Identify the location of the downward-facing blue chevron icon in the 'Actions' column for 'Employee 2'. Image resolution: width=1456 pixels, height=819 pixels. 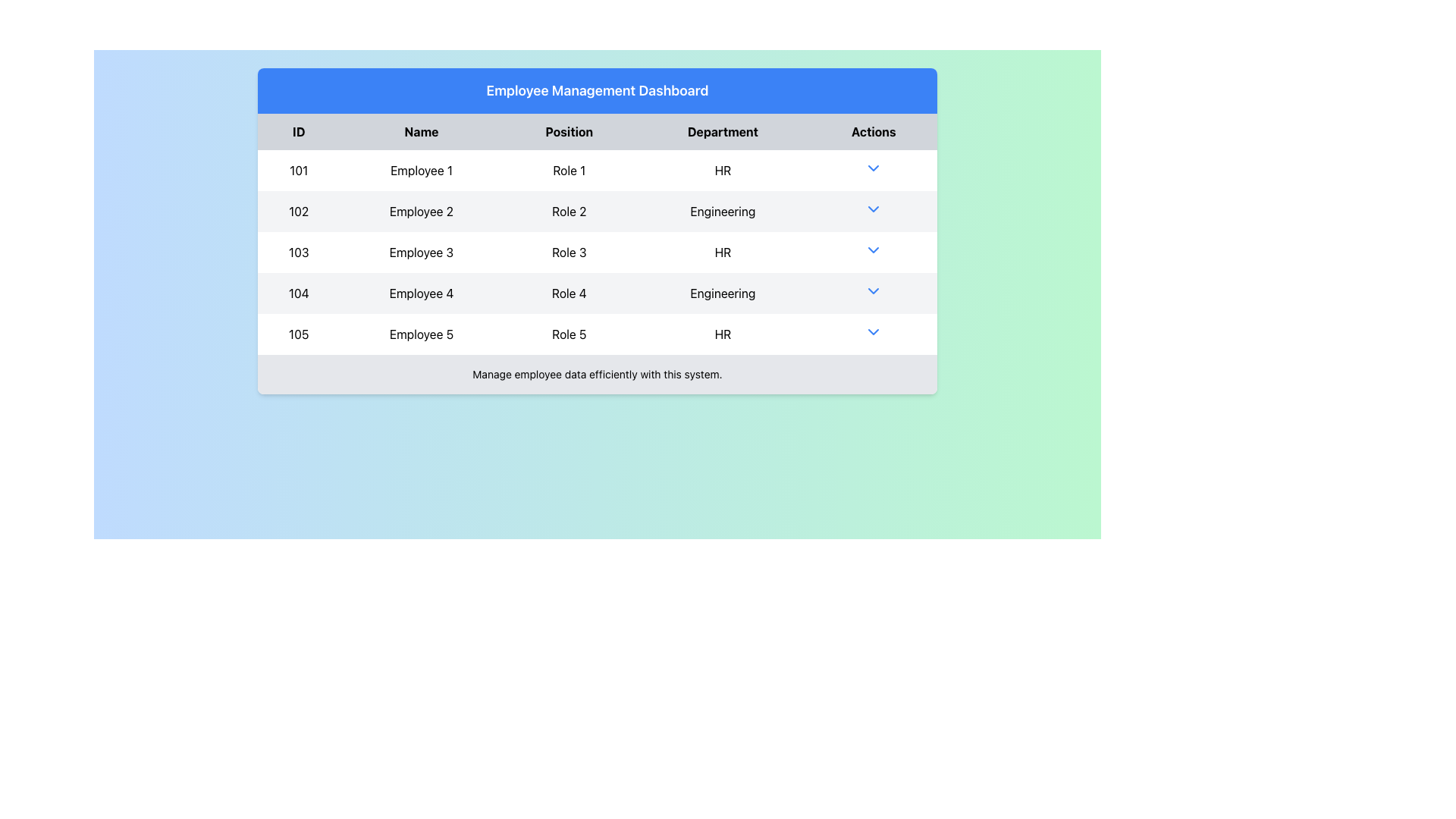
(874, 209).